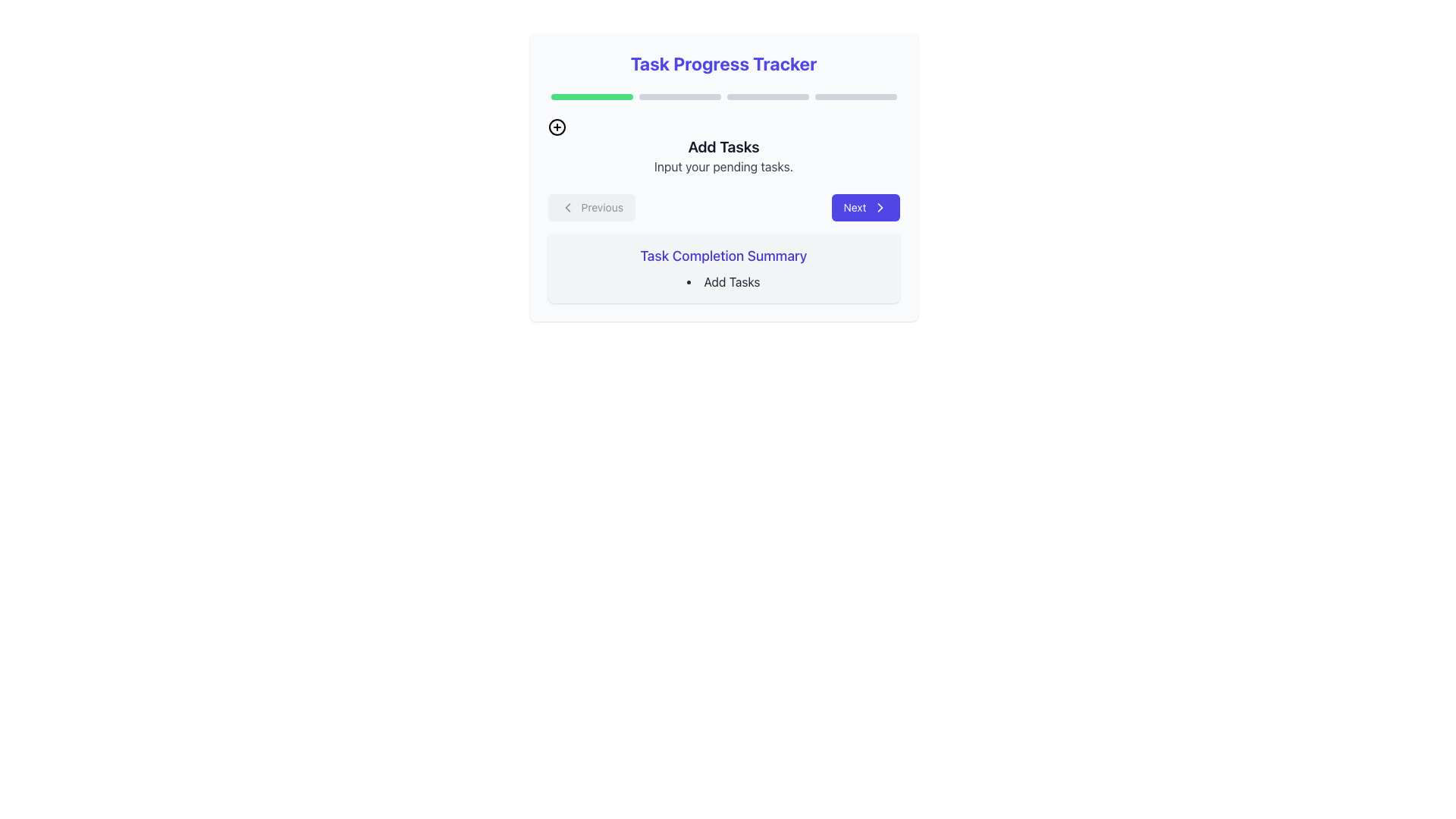  I want to click on the second button in the 'Task Progress Tracker' section, so click(865, 207).